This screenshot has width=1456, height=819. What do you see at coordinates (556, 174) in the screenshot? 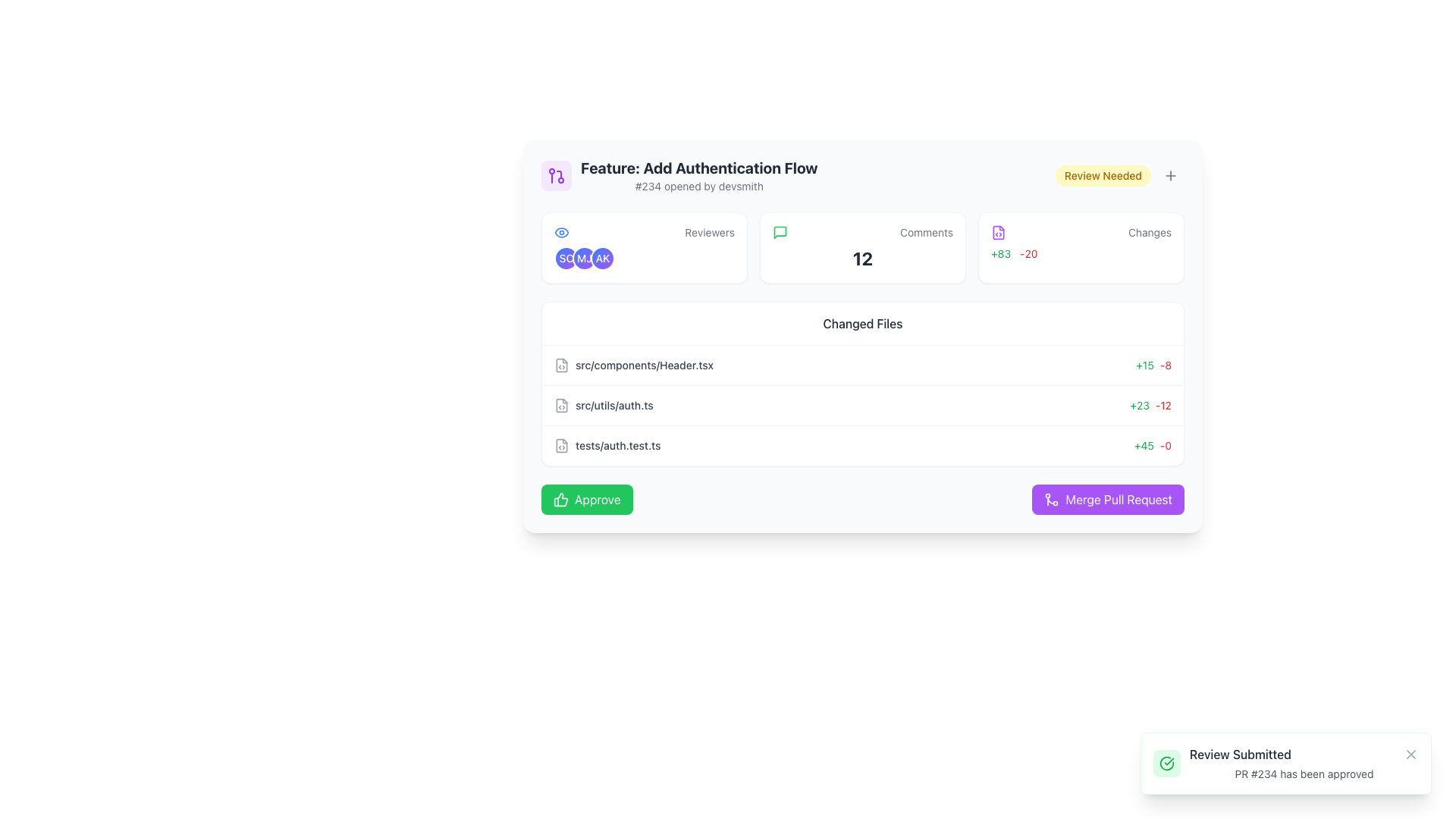
I see `the Git pull request icon located in a small purple background box towards the top left section of a pull request card, which is the only icon of its kind in this section` at bounding box center [556, 174].